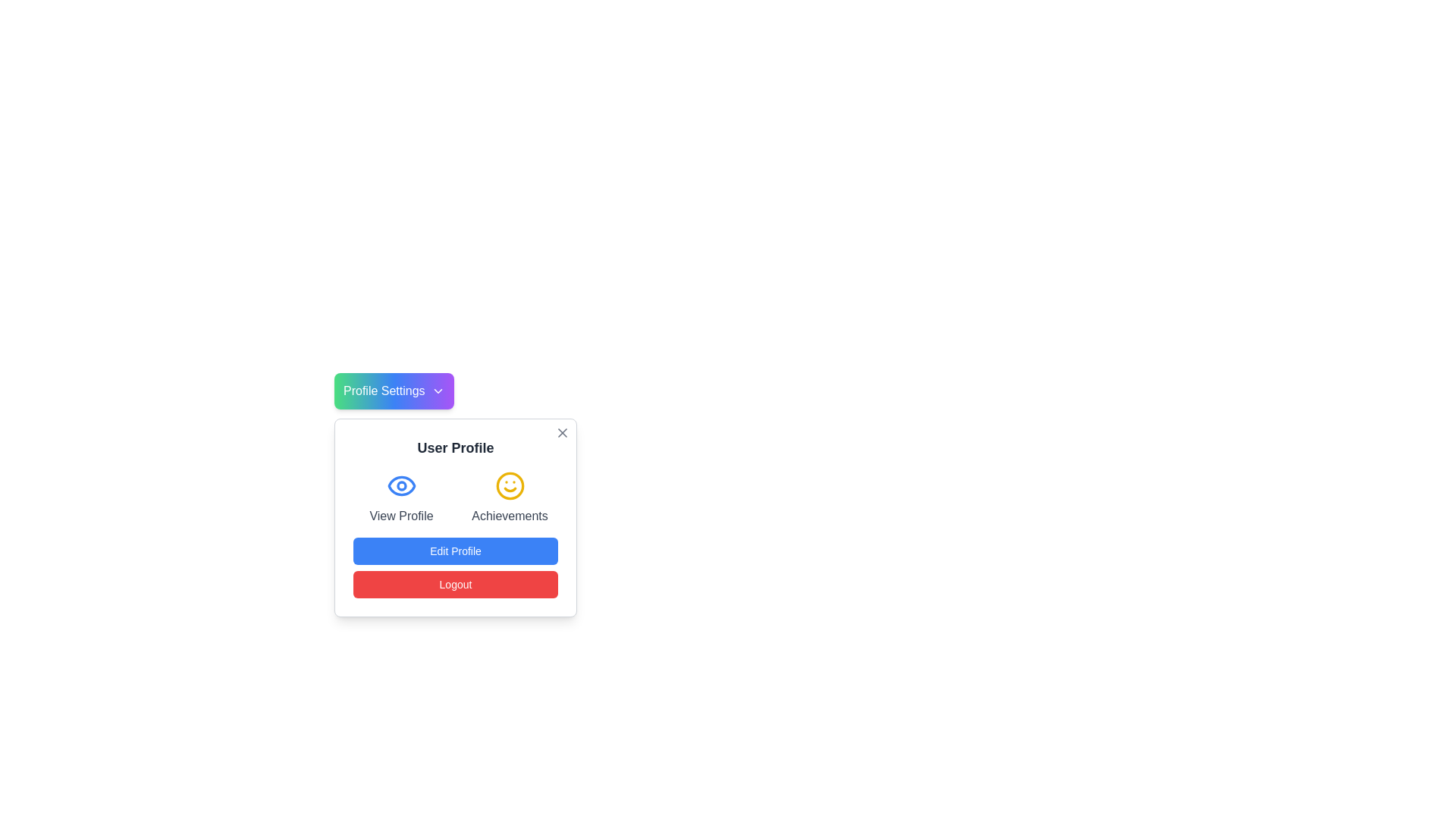 Image resolution: width=1456 pixels, height=819 pixels. Describe the element at coordinates (510, 485) in the screenshot. I see `the circular icon component that is part of the smiley face design, located to the right of the 'Achievements' text in the user profile card` at that location.